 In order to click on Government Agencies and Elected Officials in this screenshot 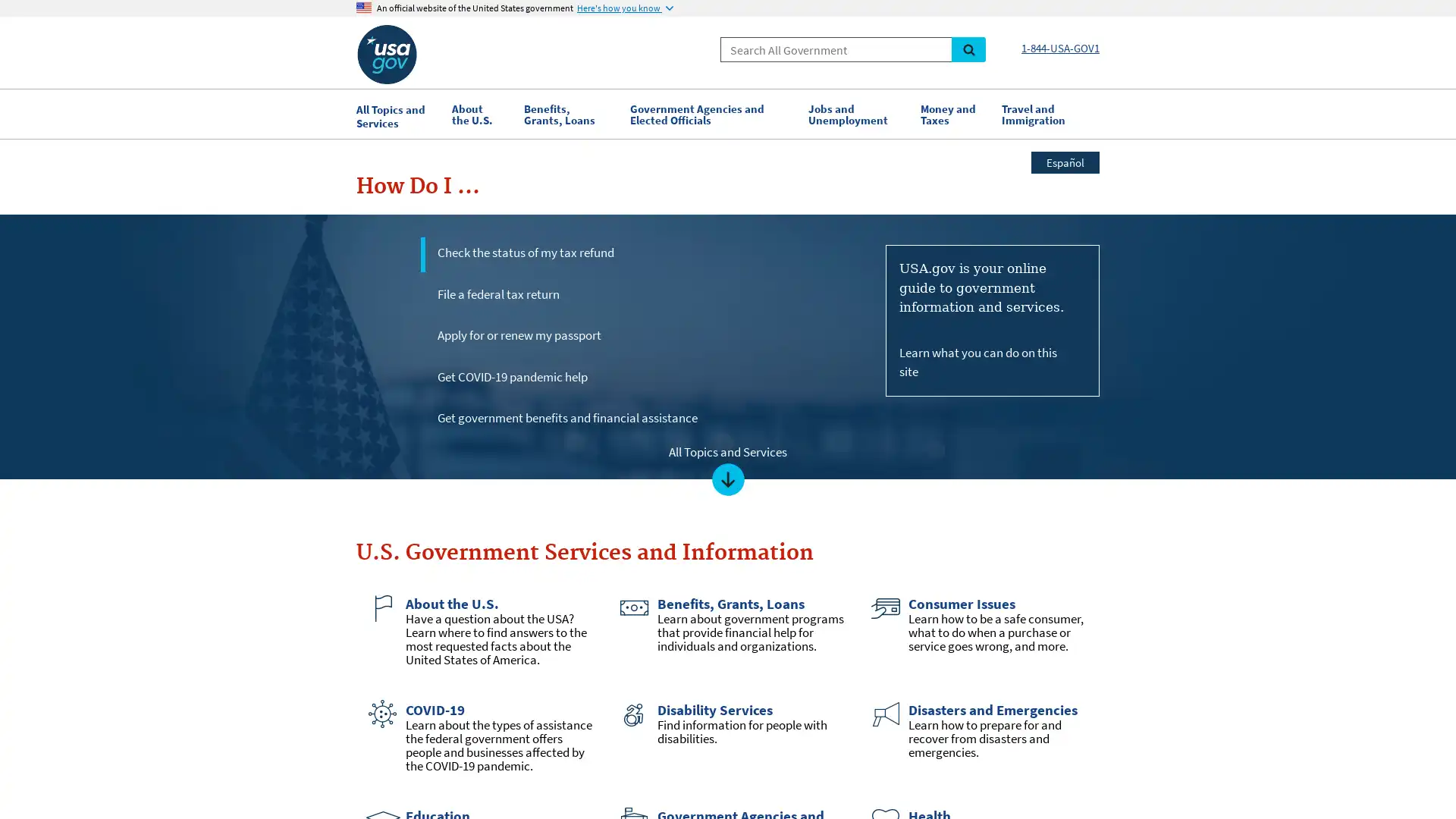, I will do `click(710, 113)`.